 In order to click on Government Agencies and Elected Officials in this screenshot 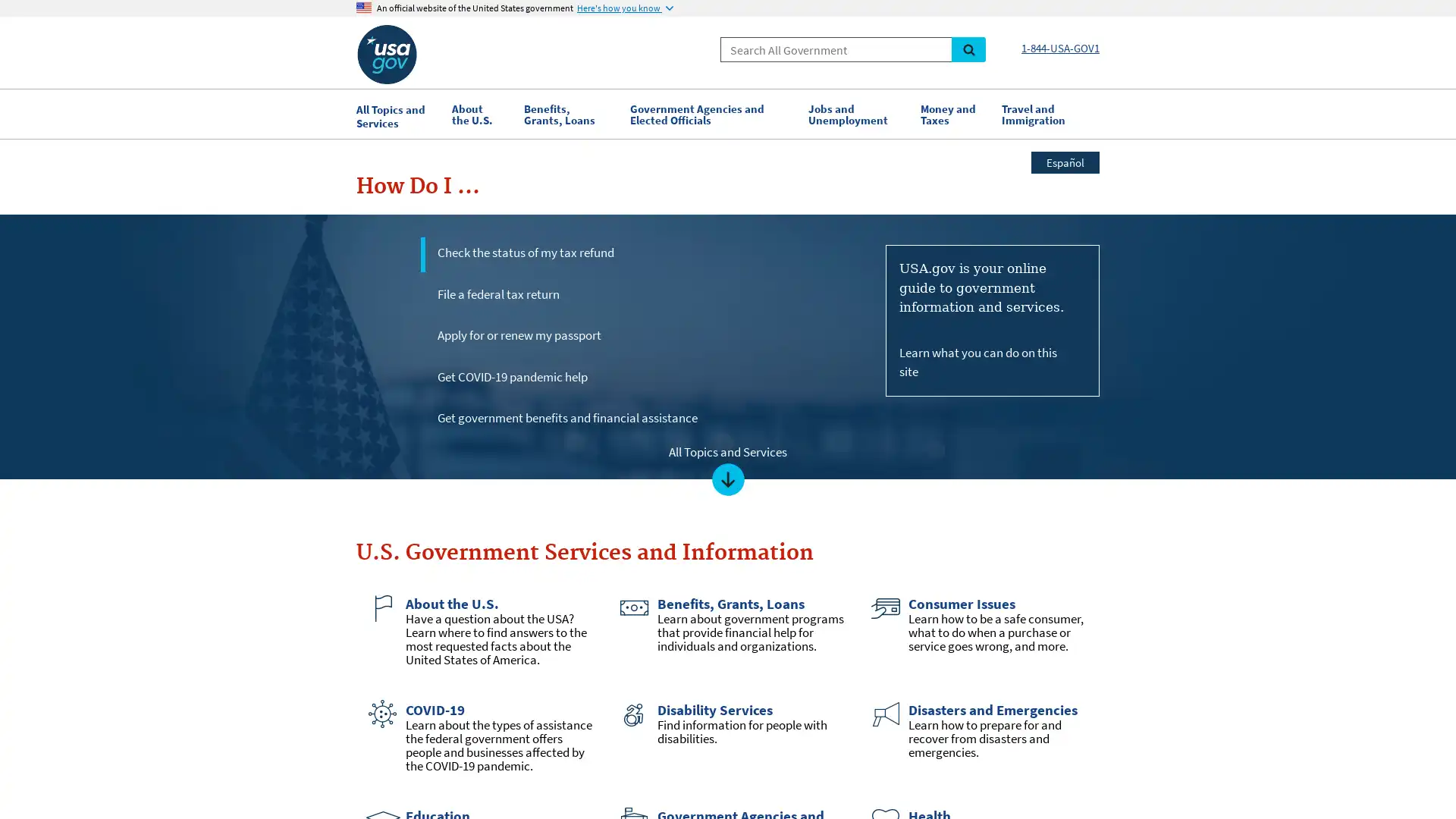, I will do `click(710, 113)`.